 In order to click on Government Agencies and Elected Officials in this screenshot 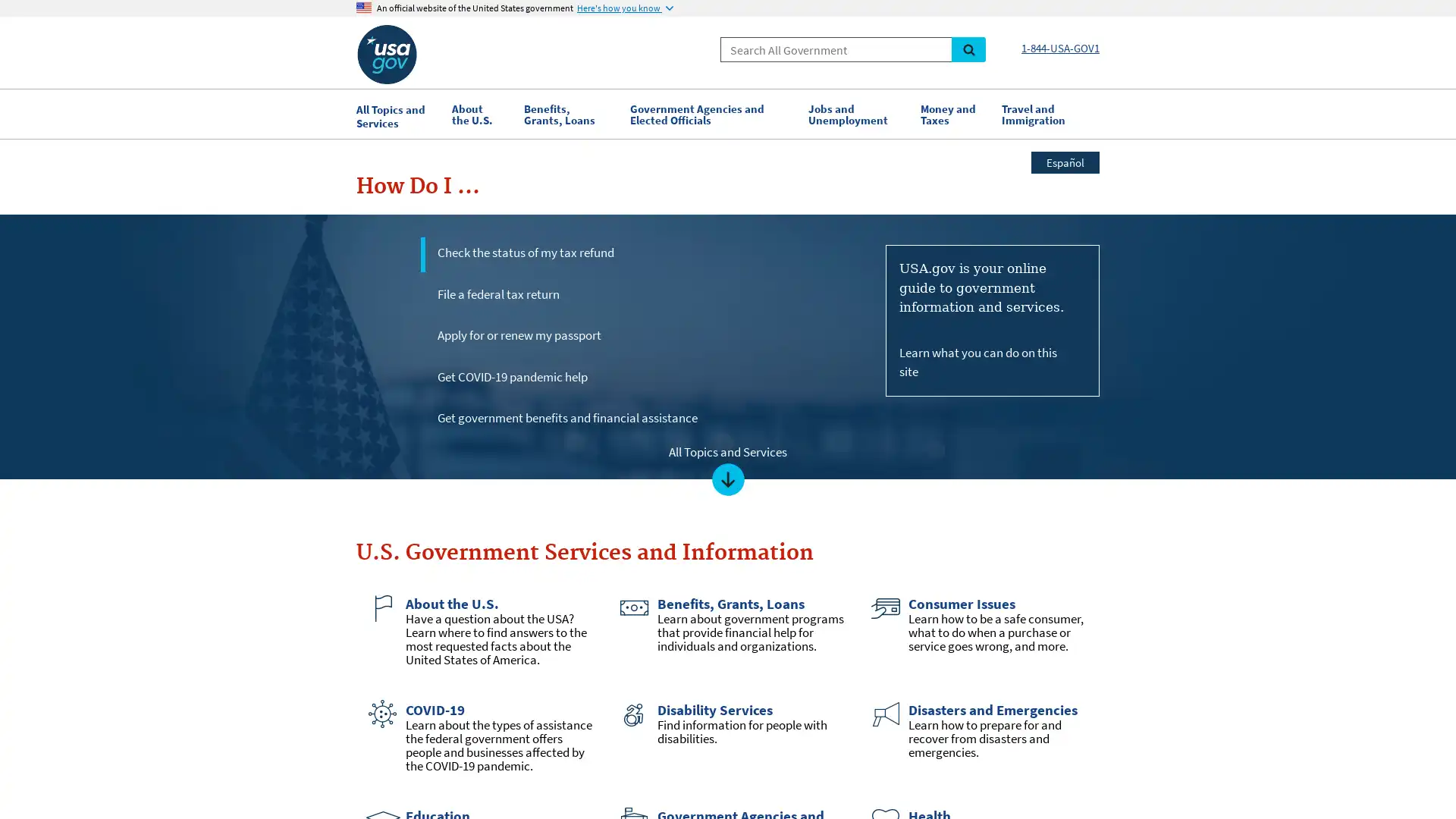, I will do `click(710, 113)`.